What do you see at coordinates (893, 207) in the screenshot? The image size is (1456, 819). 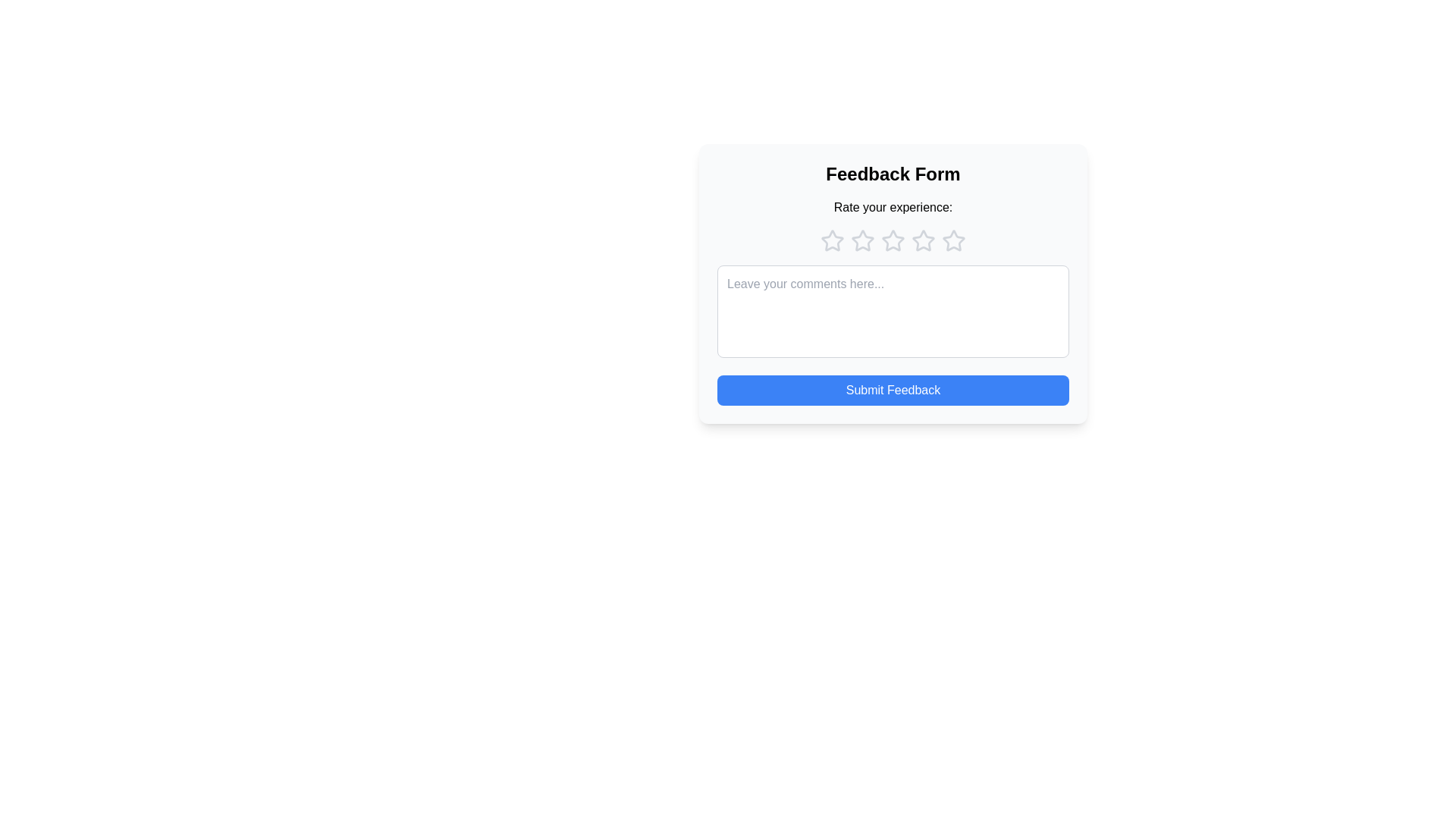 I see `text from the Label that states 'Rate your experience:' which is positioned below the title 'Feedback Form'` at bounding box center [893, 207].